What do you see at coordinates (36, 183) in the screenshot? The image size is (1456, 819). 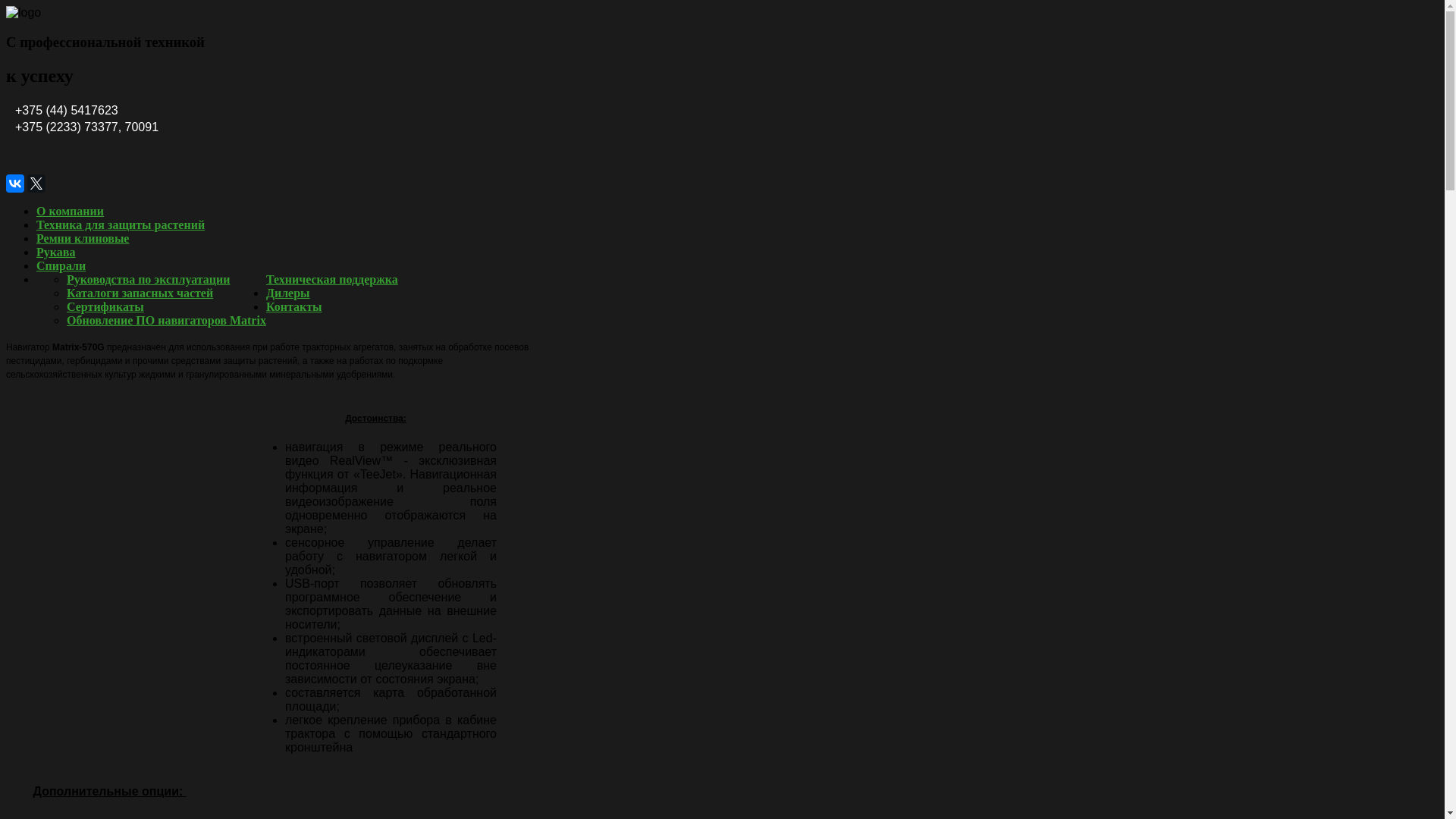 I see `'Twitter'` at bounding box center [36, 183].